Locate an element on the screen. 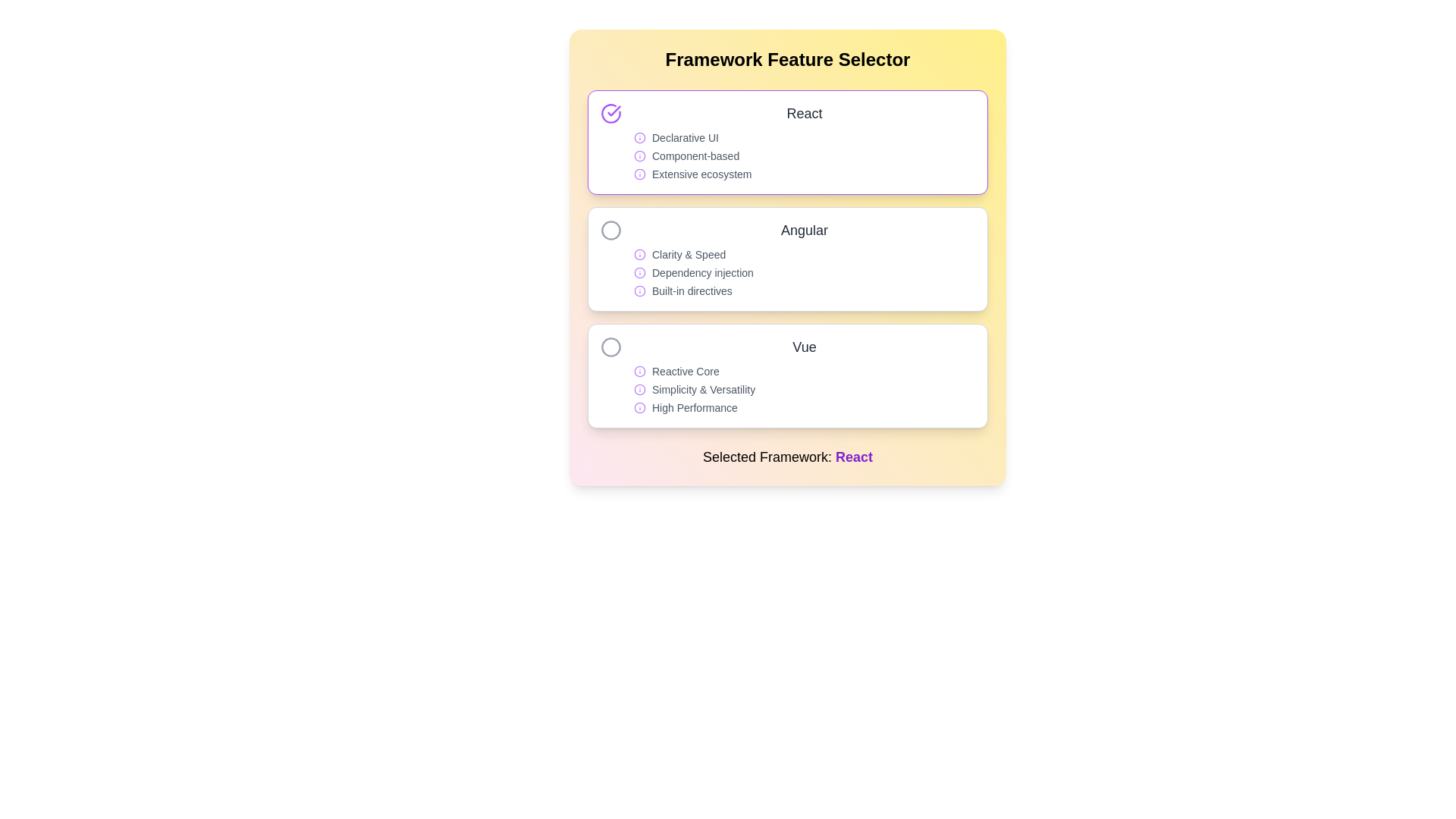 This screenshot has height=819, width=1456. the Informational Card displaying information about the 'React' framework is located at coordinates (787, 143).